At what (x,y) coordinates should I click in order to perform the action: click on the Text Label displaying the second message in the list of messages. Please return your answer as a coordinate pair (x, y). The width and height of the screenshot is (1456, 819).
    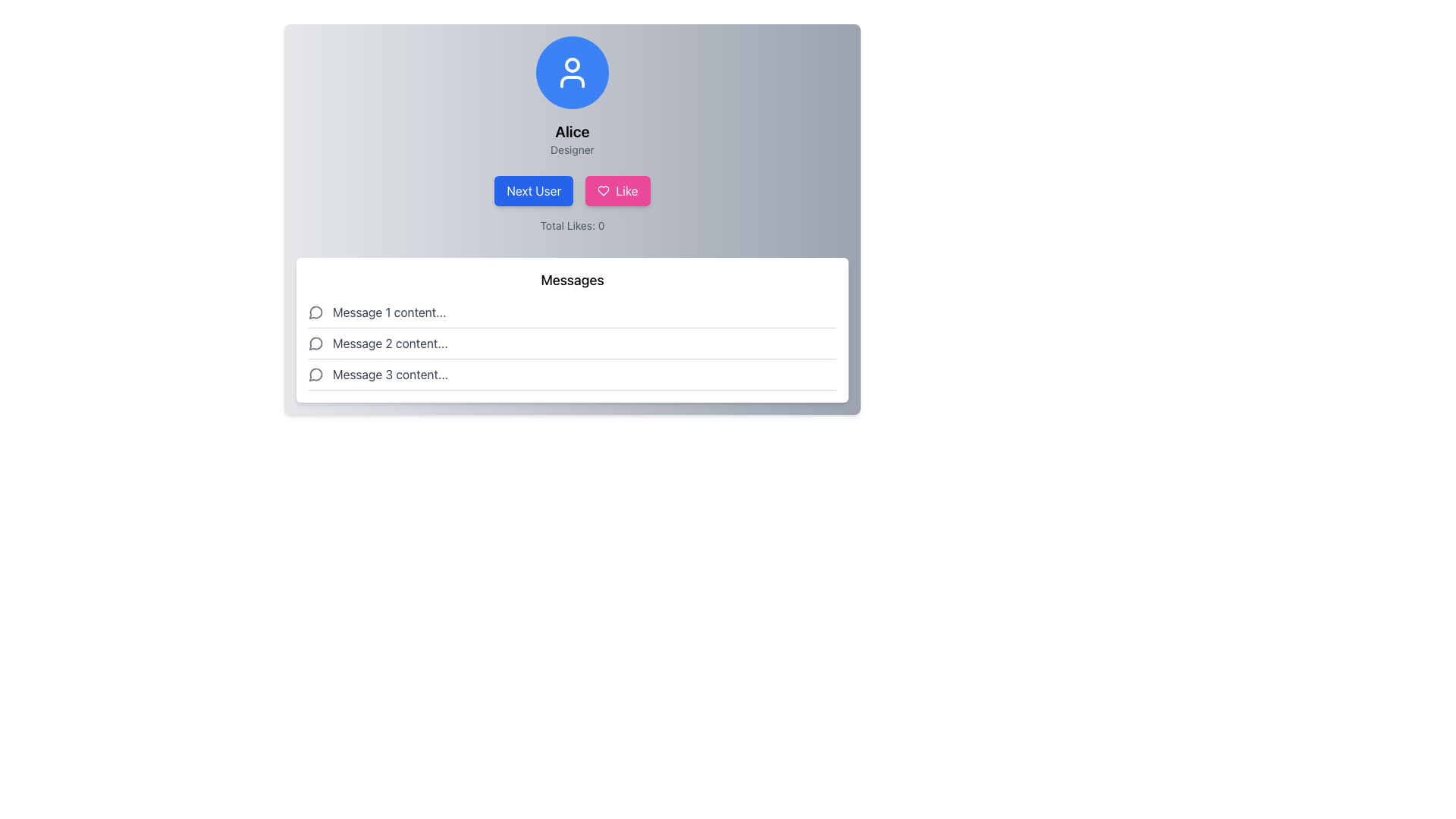
    Looking at the image, I should click on (390, 343).